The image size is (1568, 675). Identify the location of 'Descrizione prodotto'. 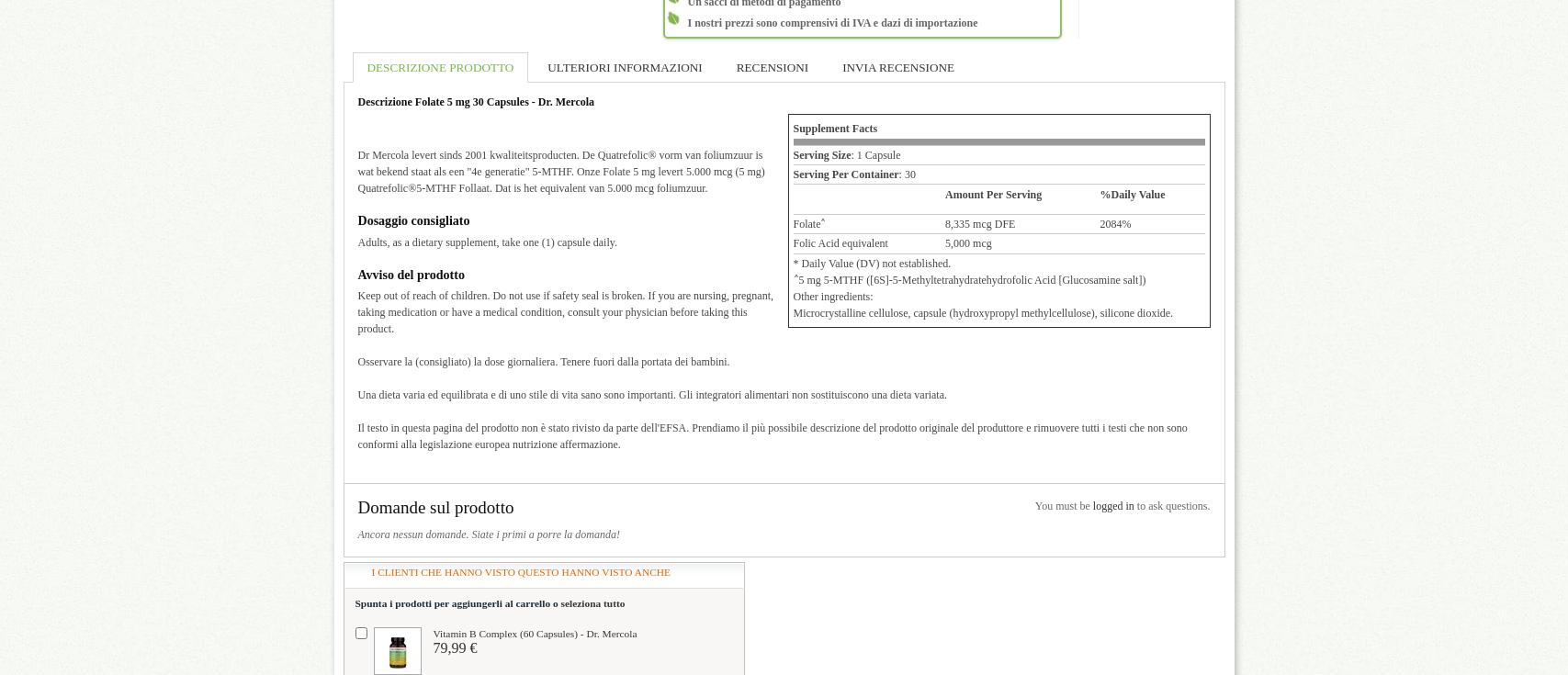
(439, 66).